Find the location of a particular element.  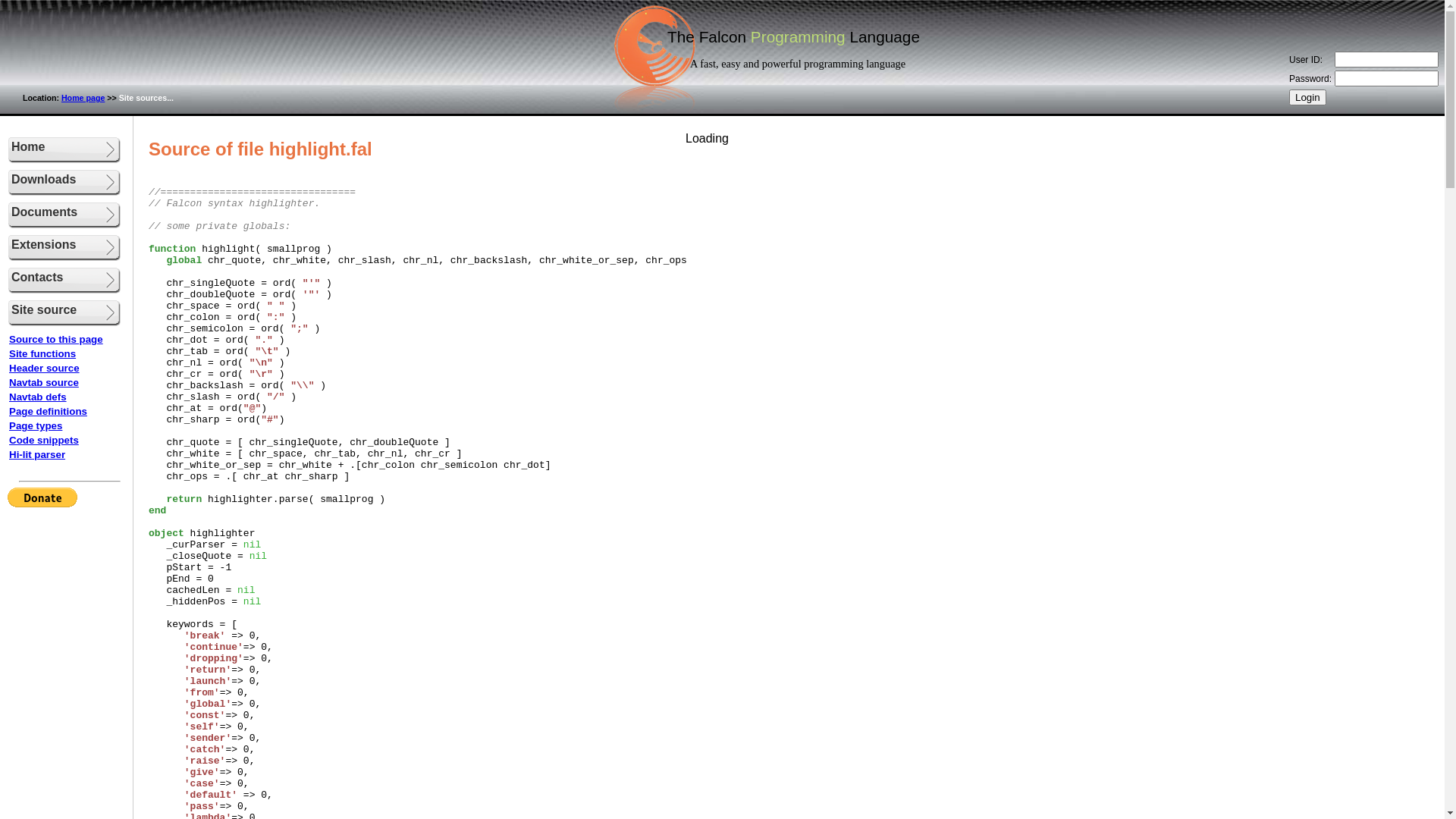

'Navtab source' is located at coordinates (9, 381).